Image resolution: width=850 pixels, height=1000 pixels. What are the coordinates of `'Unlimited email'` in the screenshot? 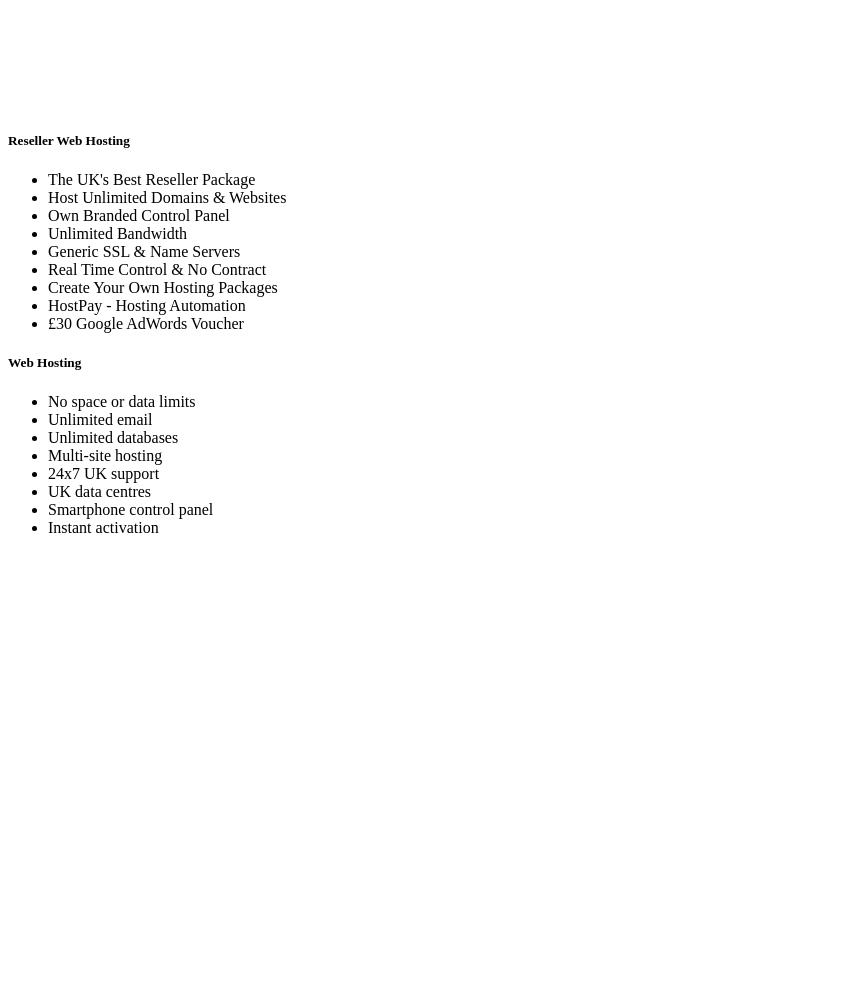 It's located at (48, 419).